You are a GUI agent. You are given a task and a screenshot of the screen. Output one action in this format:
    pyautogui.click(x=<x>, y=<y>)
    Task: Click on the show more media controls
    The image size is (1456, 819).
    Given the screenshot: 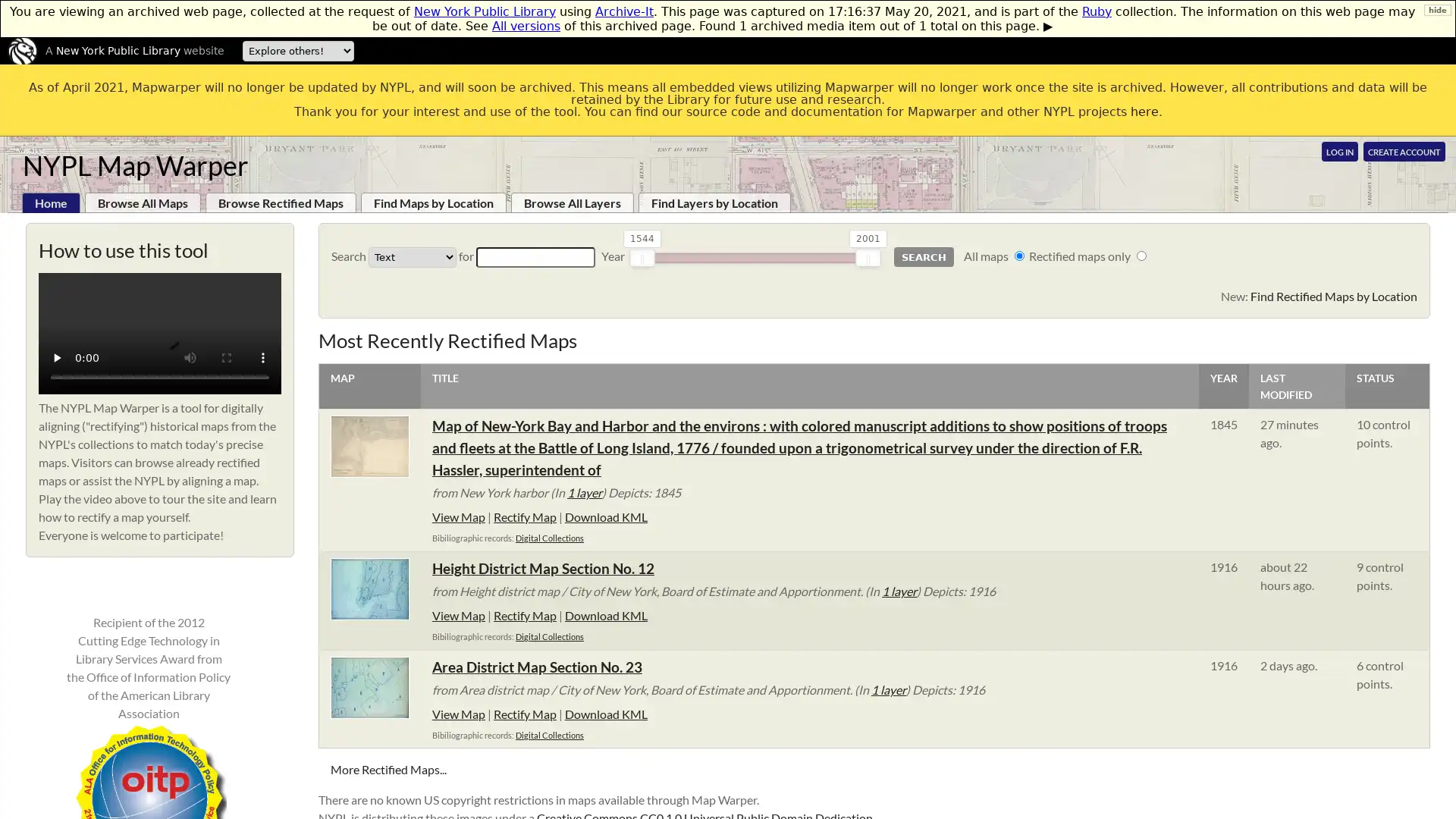 What is the action you would take?
    pyautogui.click(x=262, y=357)
    